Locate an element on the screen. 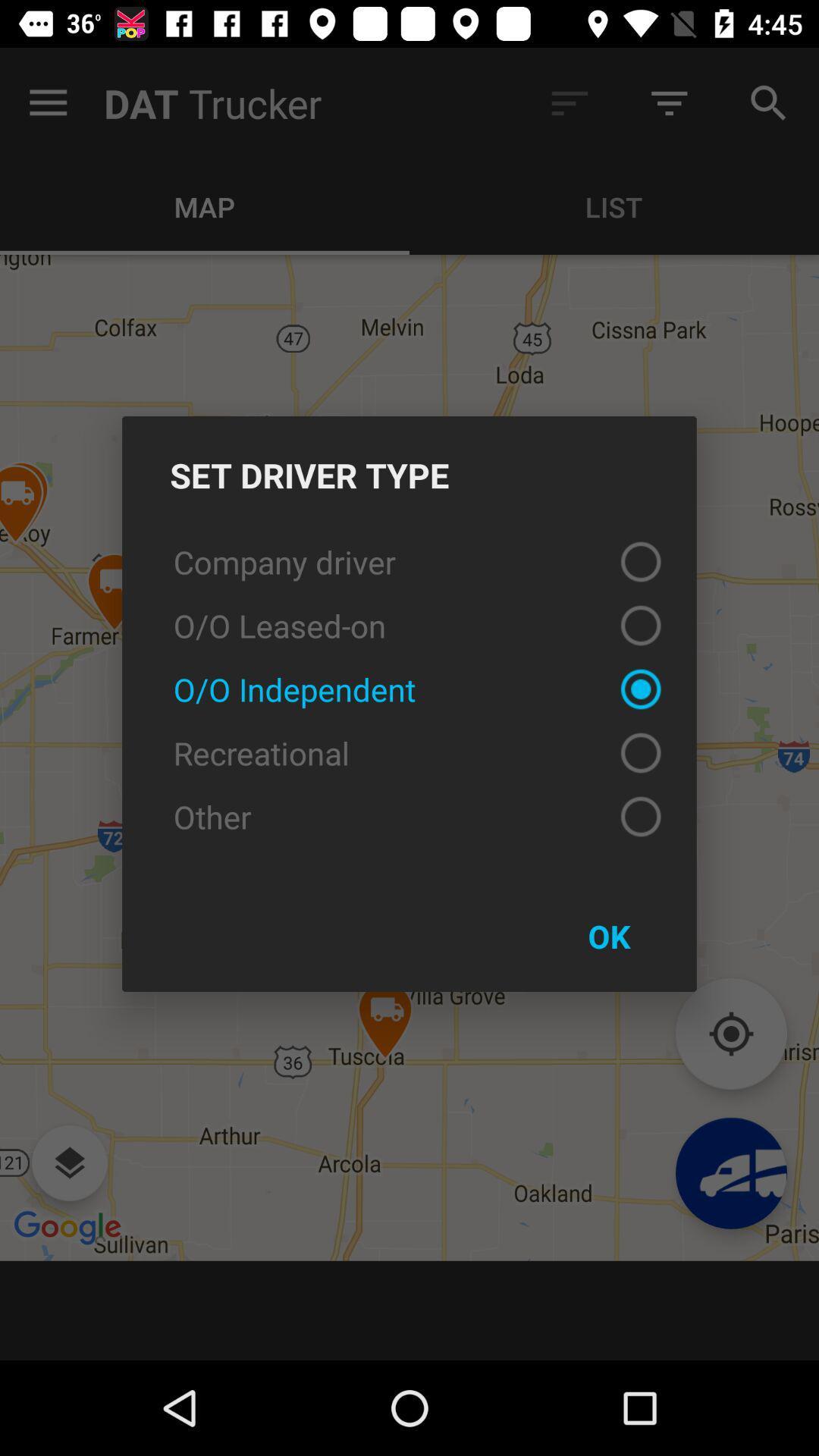 The image size is (819, 1456). icon above other is located at coordinates (409, 753).